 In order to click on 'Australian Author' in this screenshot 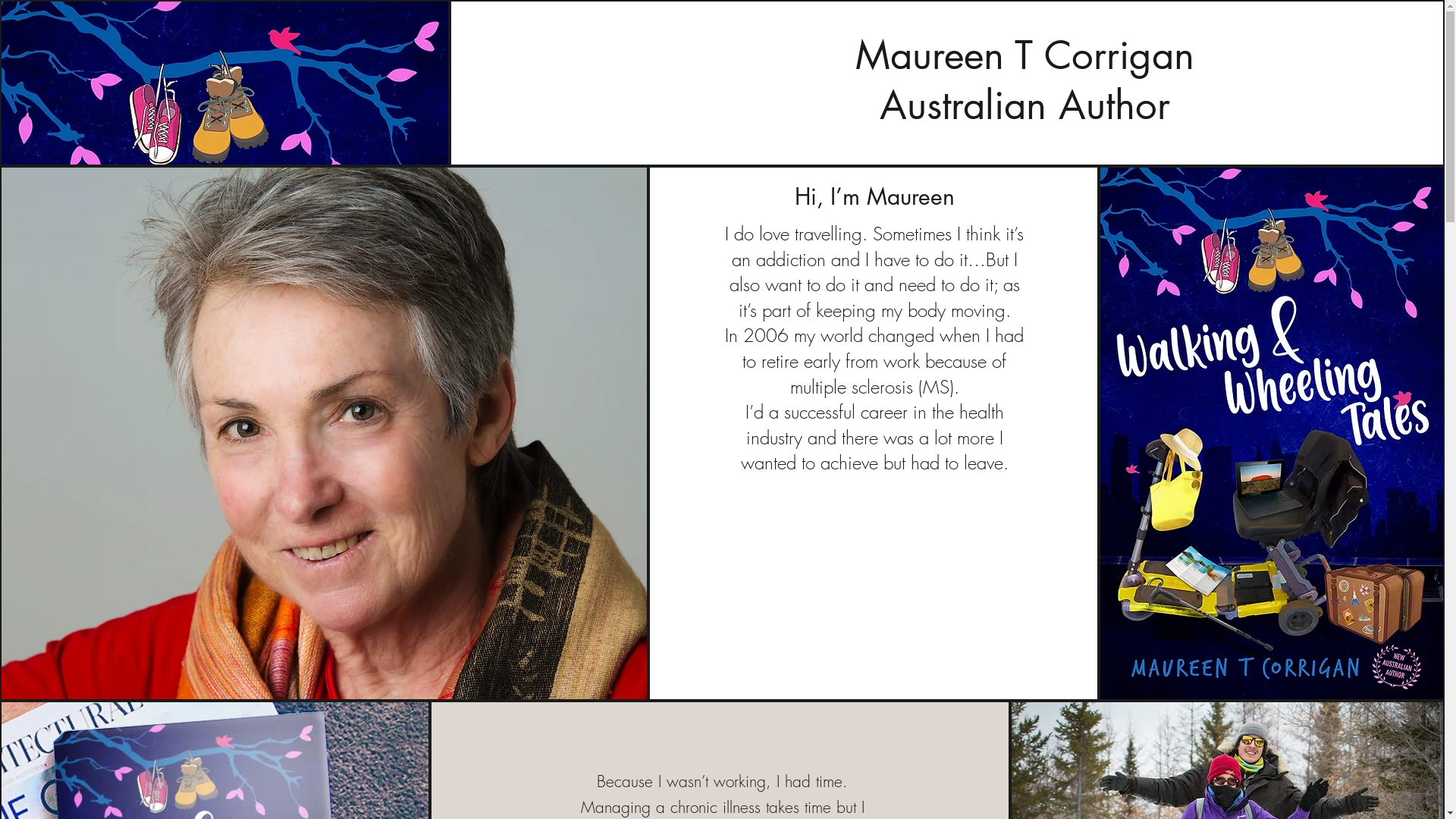, I will do `click(1025, 104)`.